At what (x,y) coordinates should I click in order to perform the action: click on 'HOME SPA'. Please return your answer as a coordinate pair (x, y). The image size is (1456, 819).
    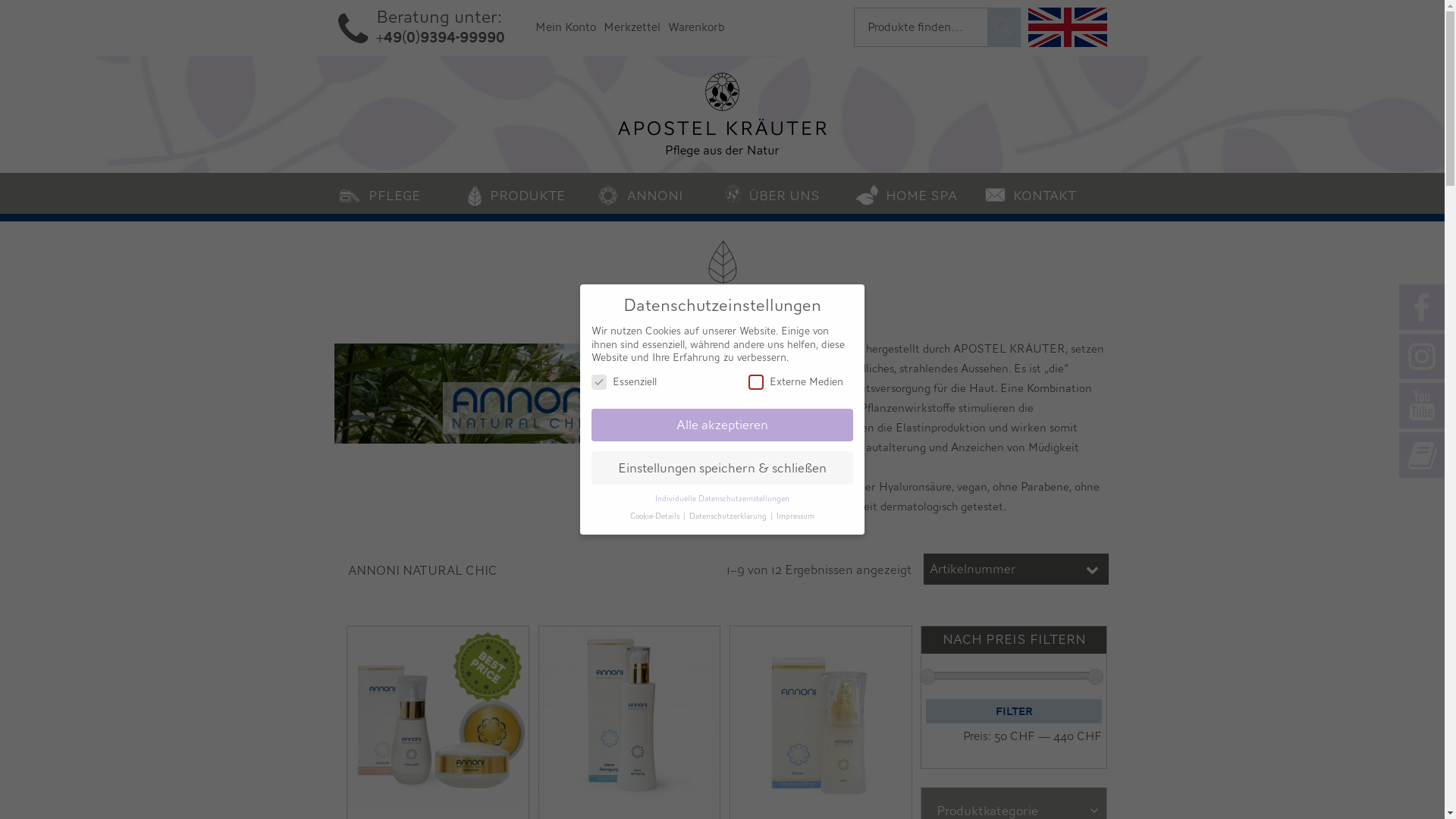
    Looking at the image, I should click on (915, 192).